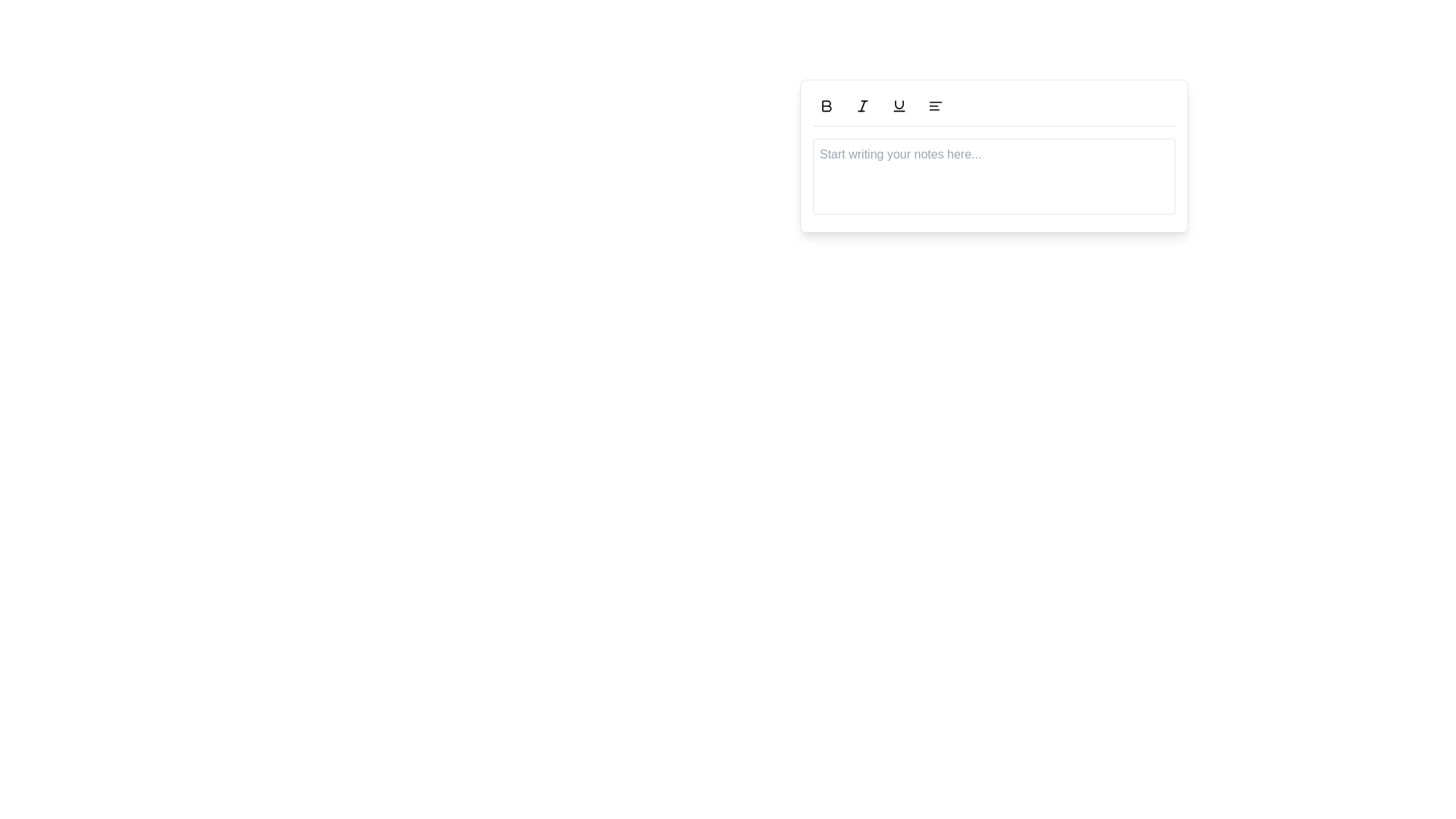 The width and height of the screenshot is (1456, 819). Describe the element at coordinates (825, 105) in the screenshot. I see `the bold formatting button, identifiable by its bold 'B' icon in the top-left corner of the note editor interface, to apply or remove bold formatting` at that location.